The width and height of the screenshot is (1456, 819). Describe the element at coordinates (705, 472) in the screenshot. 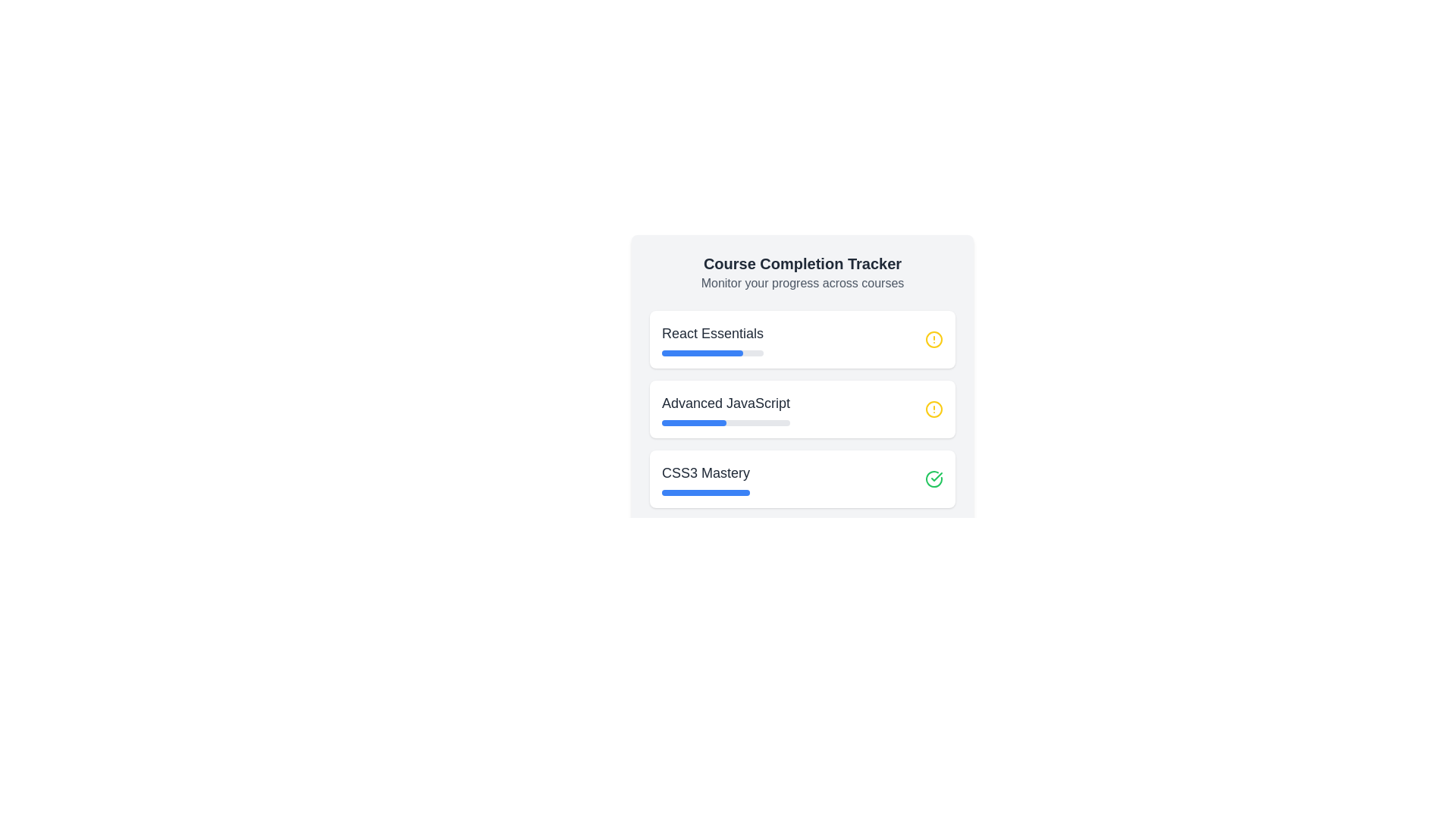

I see `the static text label displaying 'CSS3 Mastery', which is styled with a medium font weight and light gray color, located in the bottommost row of a vertical list above a horizontal blue progress bar` at that location.